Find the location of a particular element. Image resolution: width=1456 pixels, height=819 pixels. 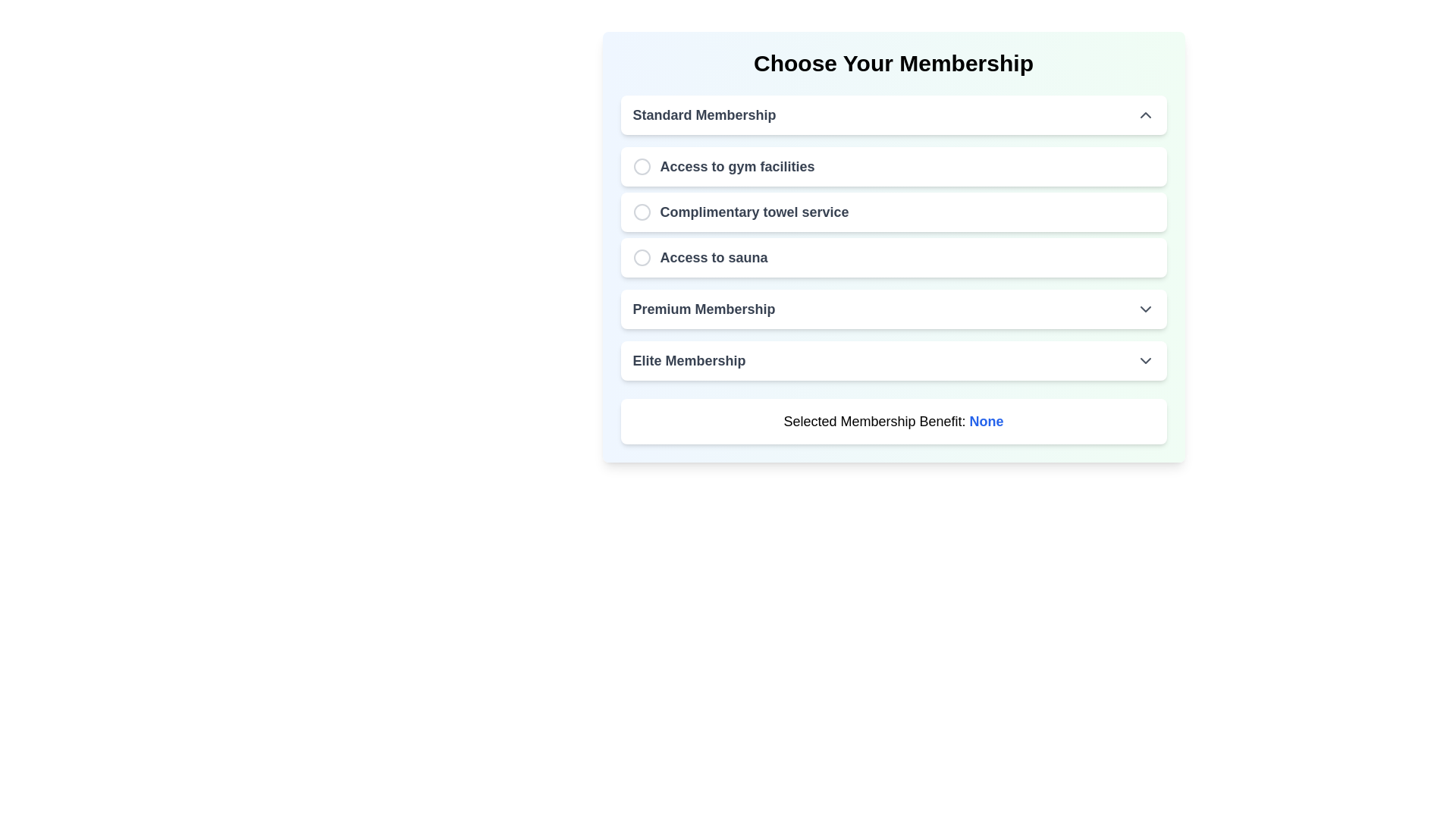

the circular radio button located to the left of the text 'Access to gym facilities' in the 'Choose Your Membership' selection interface is located at coordinates (642, 166).